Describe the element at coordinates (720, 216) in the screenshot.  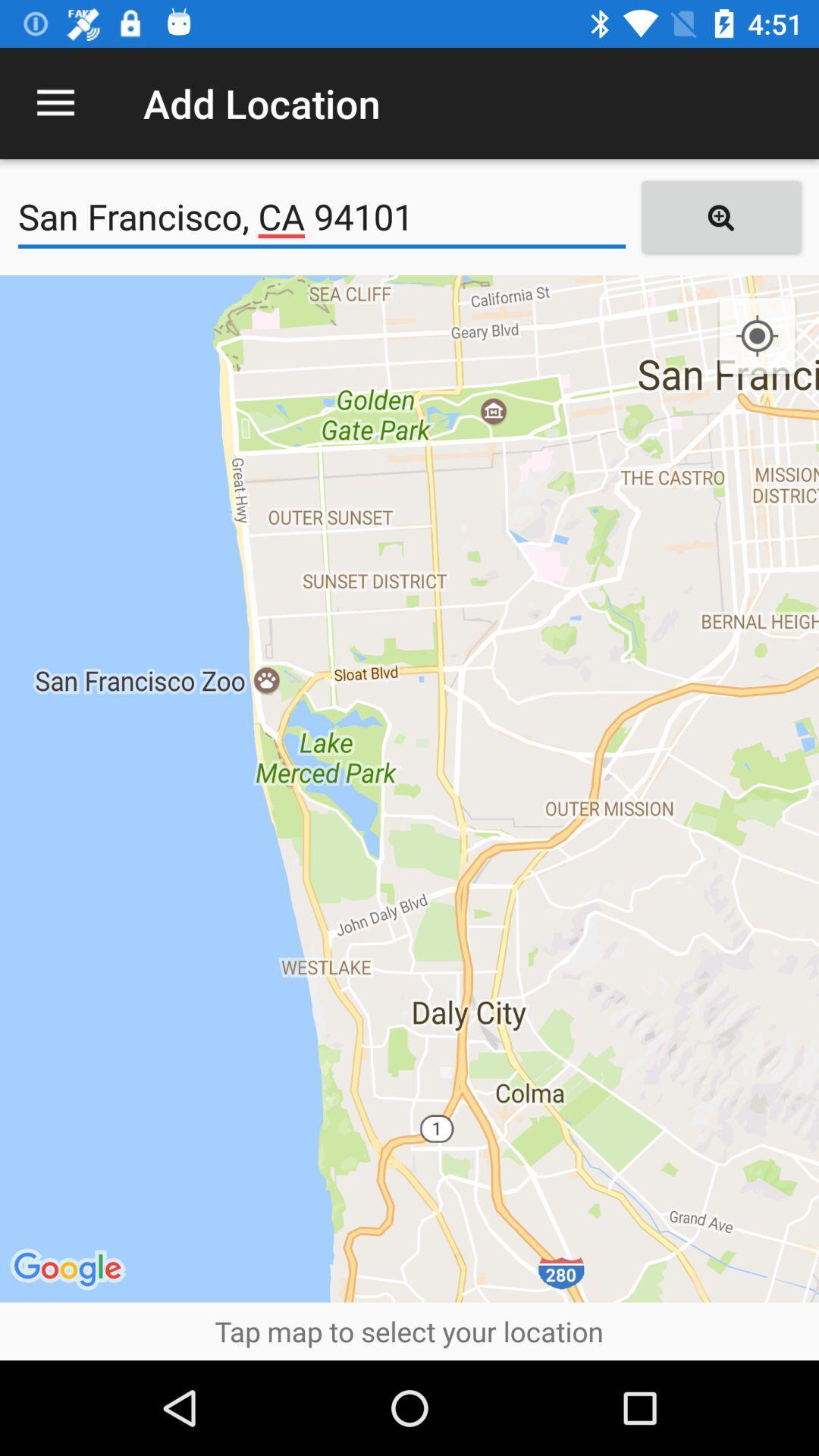
I see `icon next to san francisco ca item` at that location.